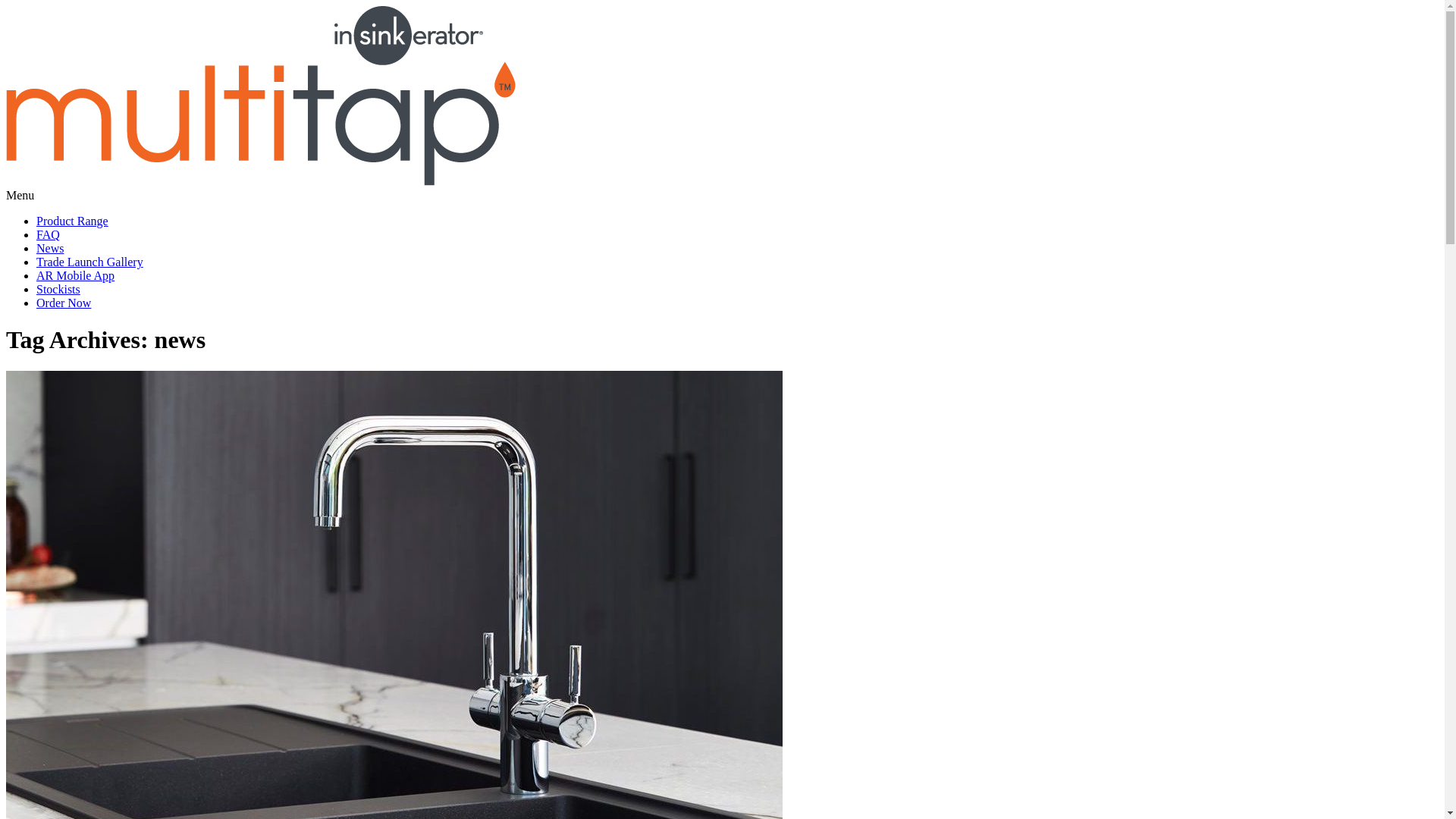 This screenshot has width=1456, height=819. What do you see at coordinates (62, 303) in the screenshot?
I see `'Order Now'` at bounding box center [62, 303].